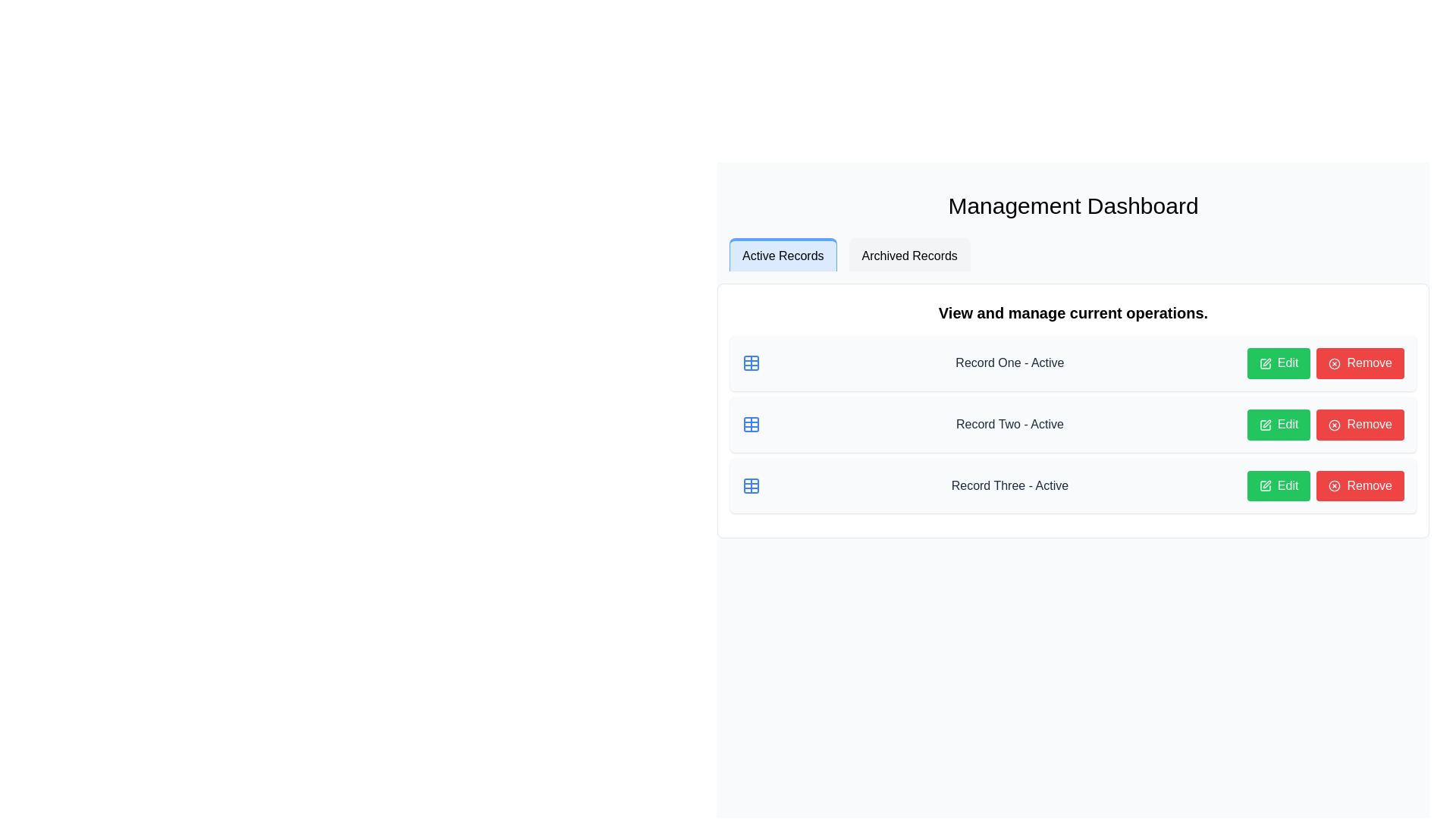 The height and width of the screenshot is (819, 1456). What do you see at coordinates (1360, 485) in the screenshot?
I see `the red 'Remove' button with white text and a circular icon with a cross, located in the row labeled 'Record Three - Active' at the bottom of the list` at bounding box center [1360, 485].